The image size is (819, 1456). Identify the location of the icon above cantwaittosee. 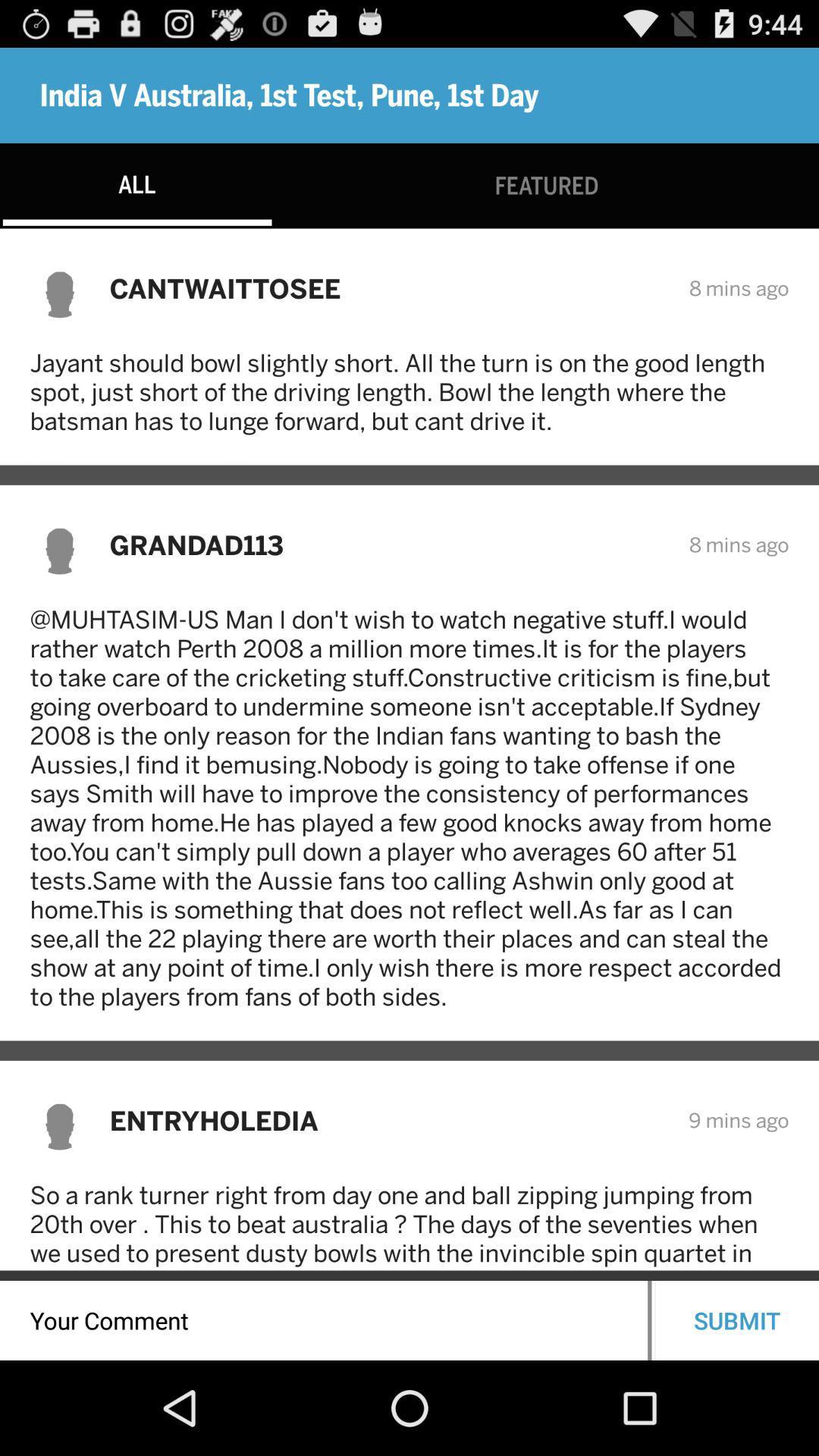
(547, 185).